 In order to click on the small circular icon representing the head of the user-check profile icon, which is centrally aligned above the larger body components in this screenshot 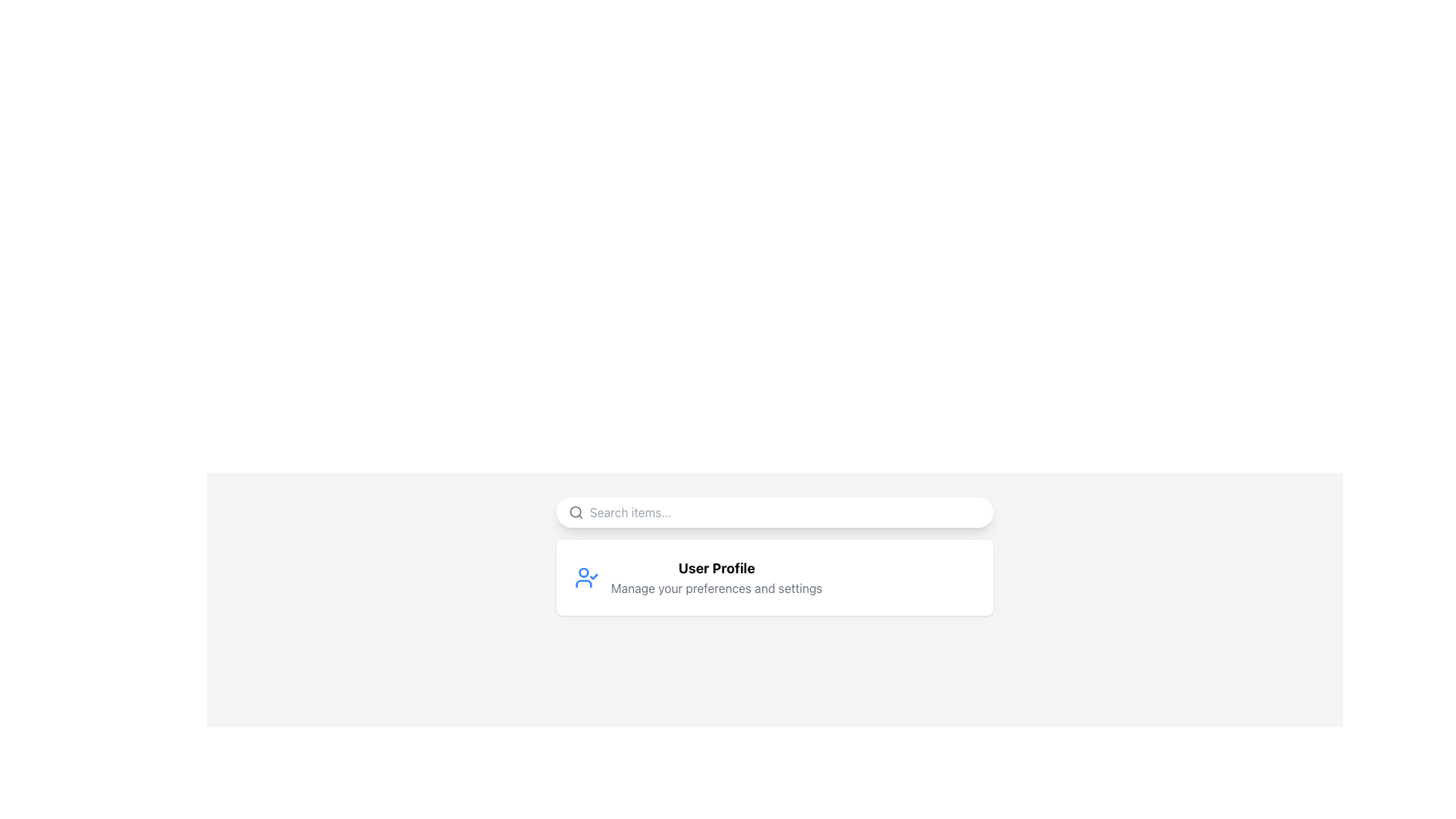, I will do `click(582, 573)`.